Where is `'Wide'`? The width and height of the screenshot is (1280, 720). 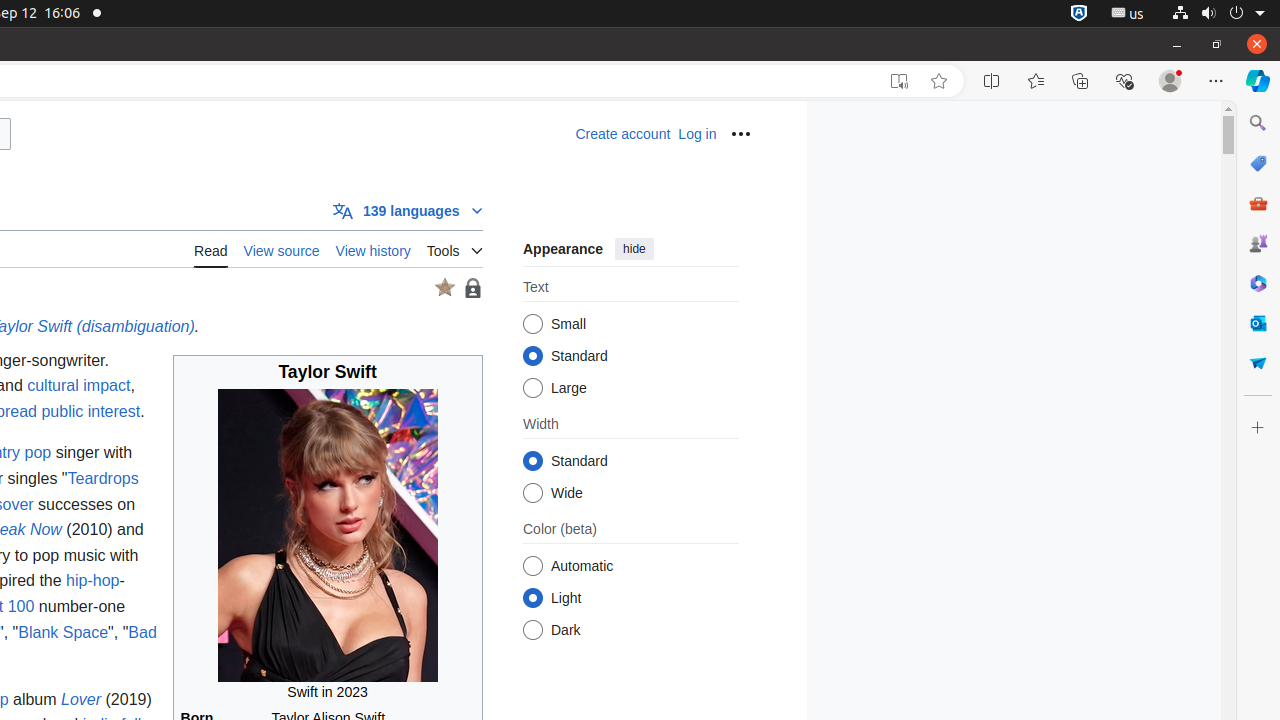 'Wide' is located at coordinates (532, 493).